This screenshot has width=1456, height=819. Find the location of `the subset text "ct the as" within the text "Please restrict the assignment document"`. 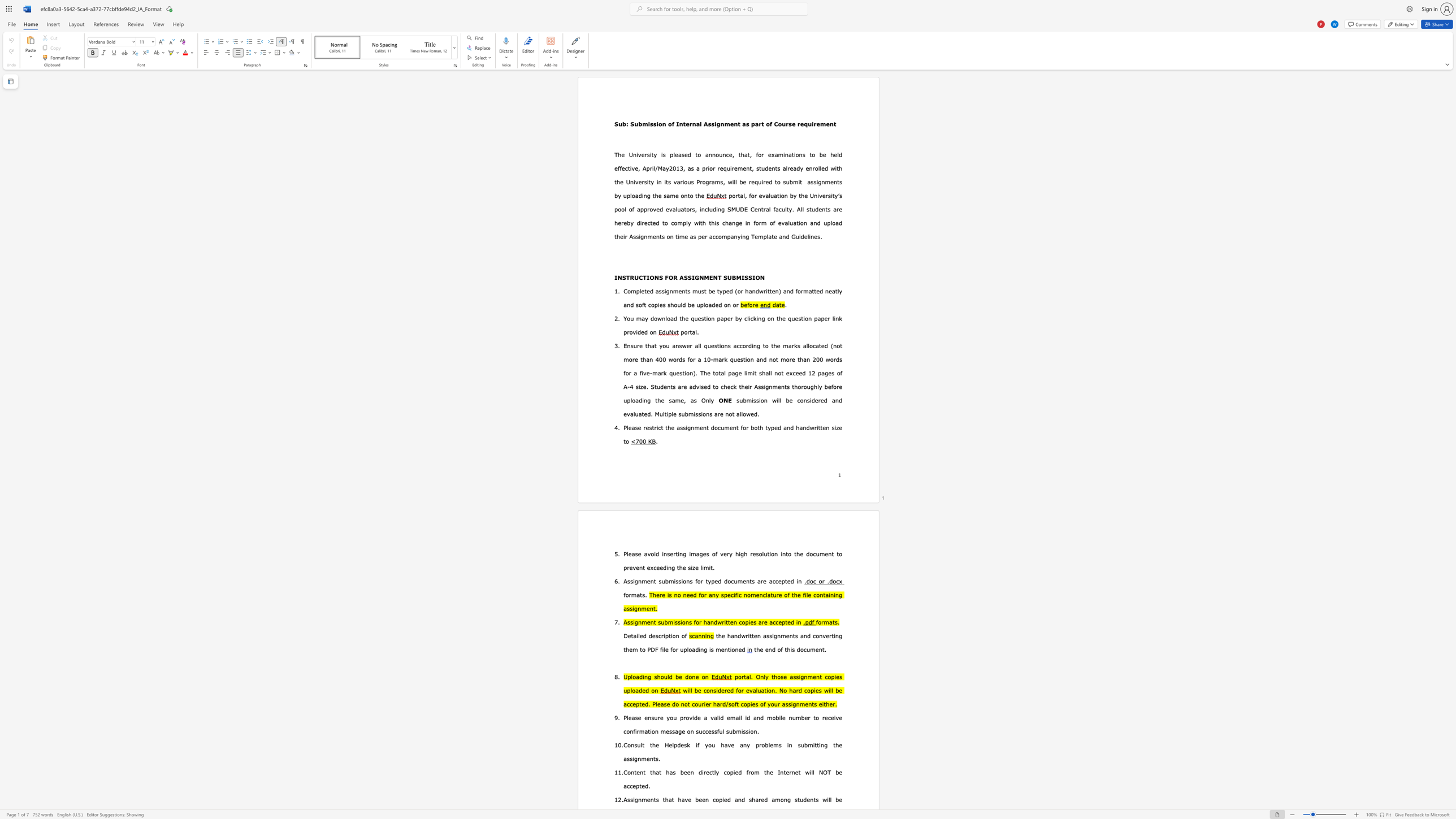

the subset text "ct the as" within the text "Please restrict the assignment document" is located at coordinates (657, 427).